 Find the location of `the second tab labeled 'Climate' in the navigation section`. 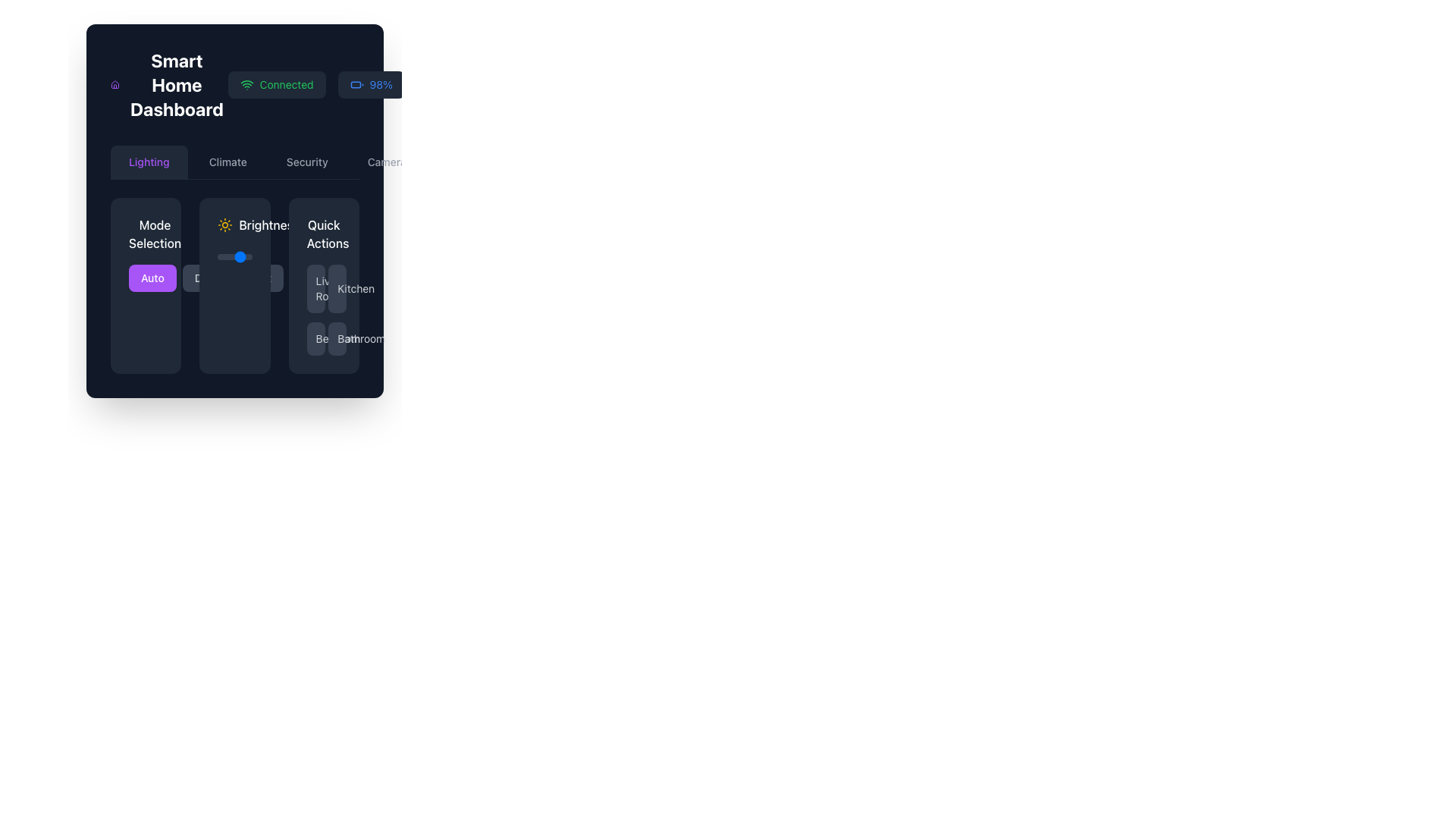

the second tab labeled 'Climate' in the navigation section is located at coordinates (227, 162).